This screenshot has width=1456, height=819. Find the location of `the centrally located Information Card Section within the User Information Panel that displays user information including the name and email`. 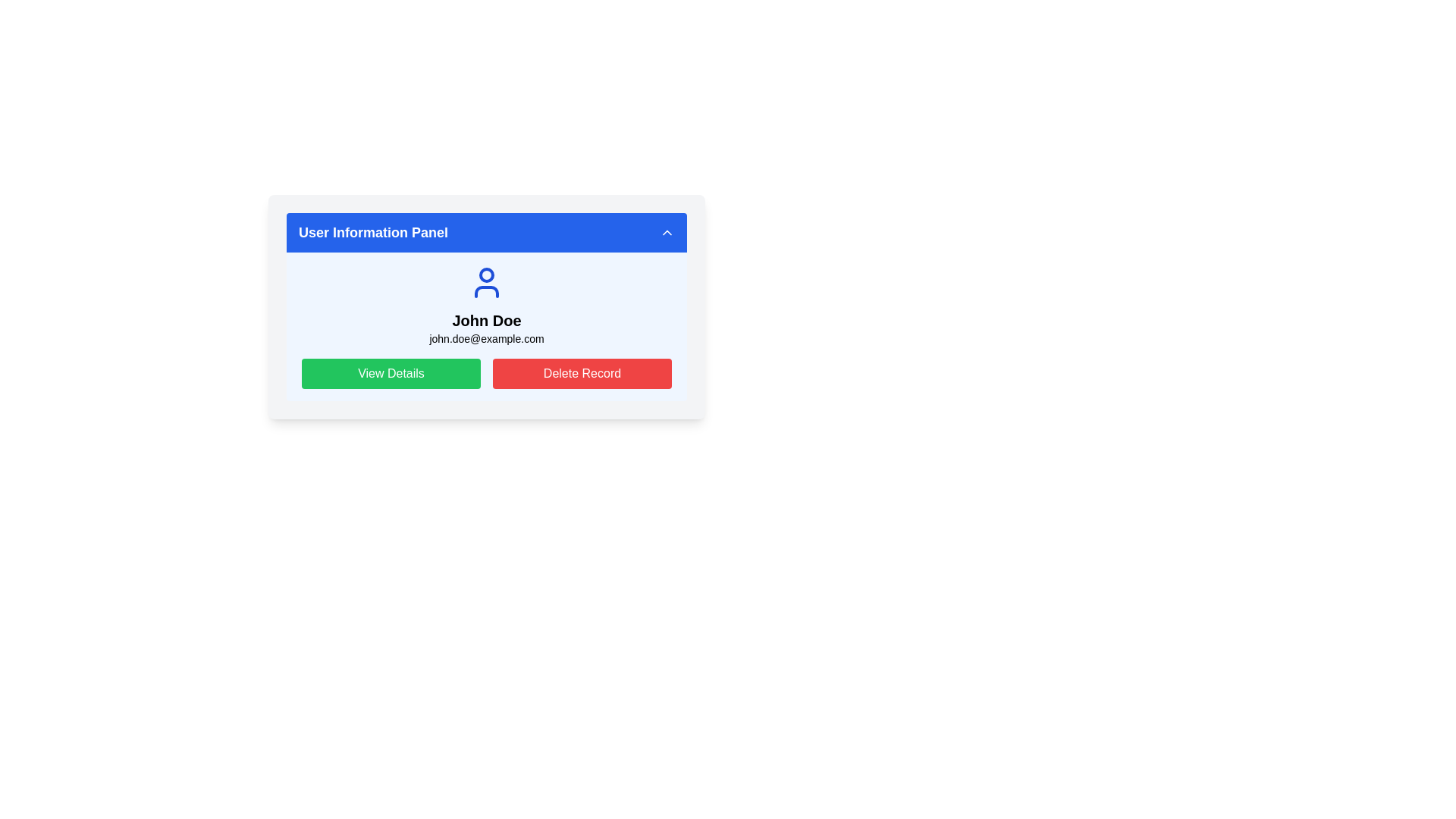

the centrally located Information Card Section within the User Information Panel that displays user information including the name and email is located at coordinates (487, 326).